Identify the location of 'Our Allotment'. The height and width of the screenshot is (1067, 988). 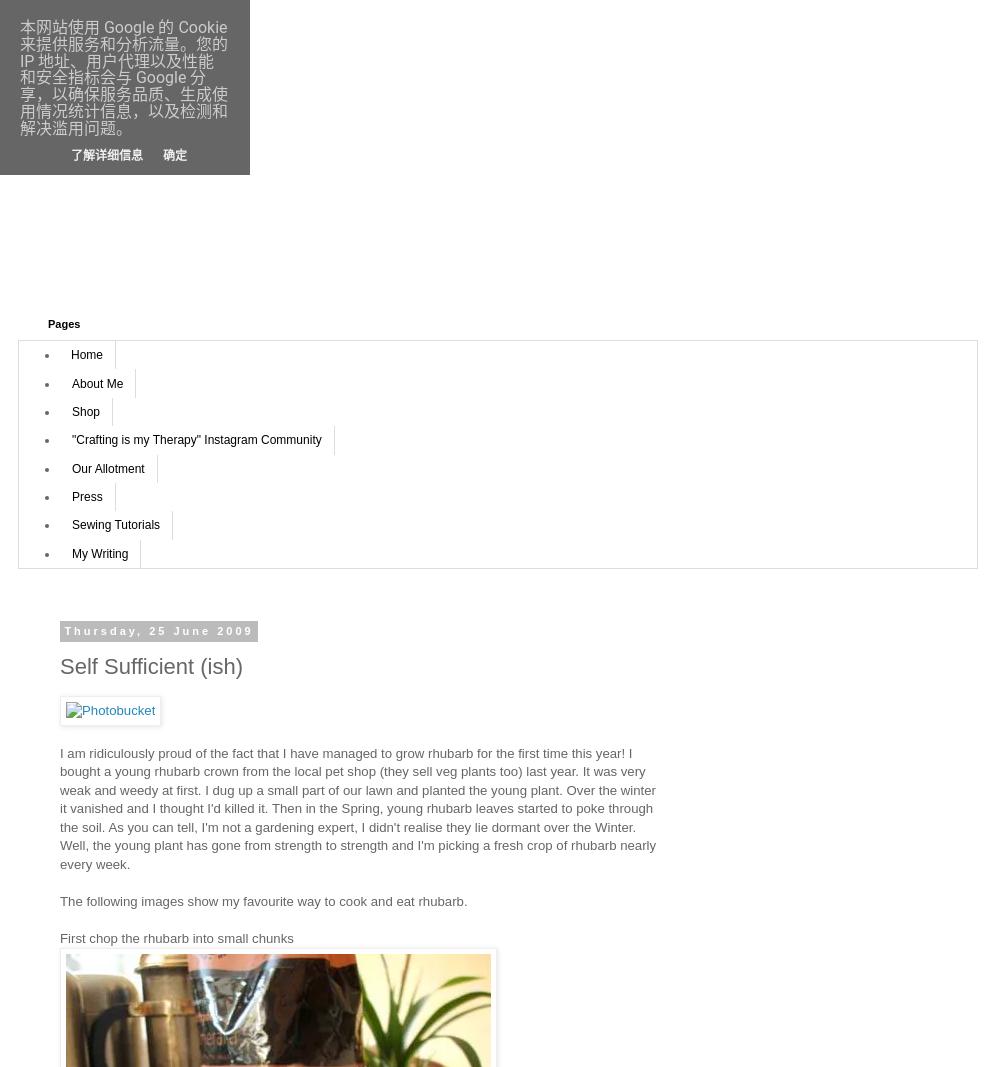
(72, 466).